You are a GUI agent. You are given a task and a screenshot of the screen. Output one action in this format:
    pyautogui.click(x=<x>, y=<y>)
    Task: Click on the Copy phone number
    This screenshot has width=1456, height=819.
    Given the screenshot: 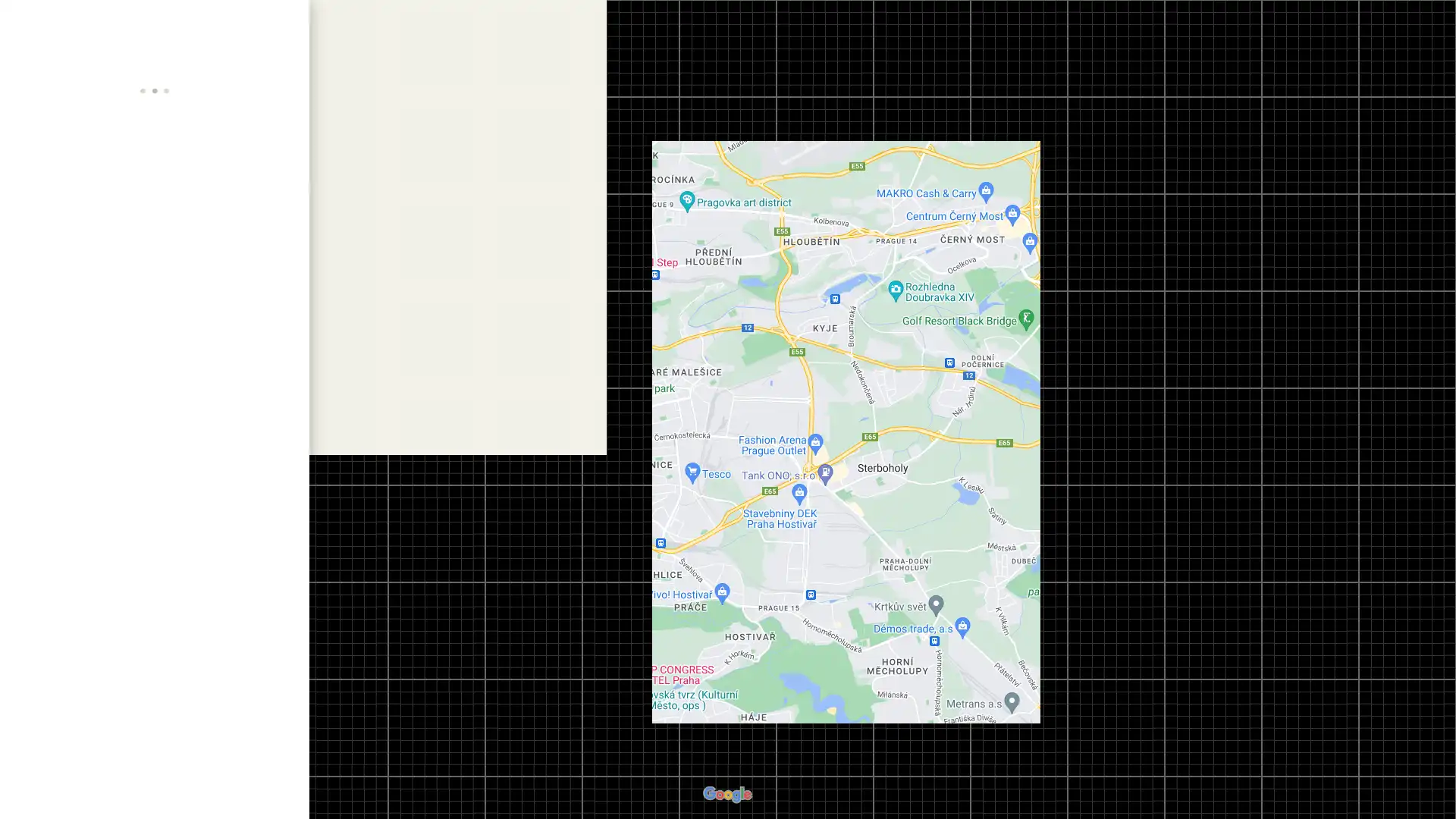 What is the action you would take?
    pyautogui.click(x=261, y=441)
    